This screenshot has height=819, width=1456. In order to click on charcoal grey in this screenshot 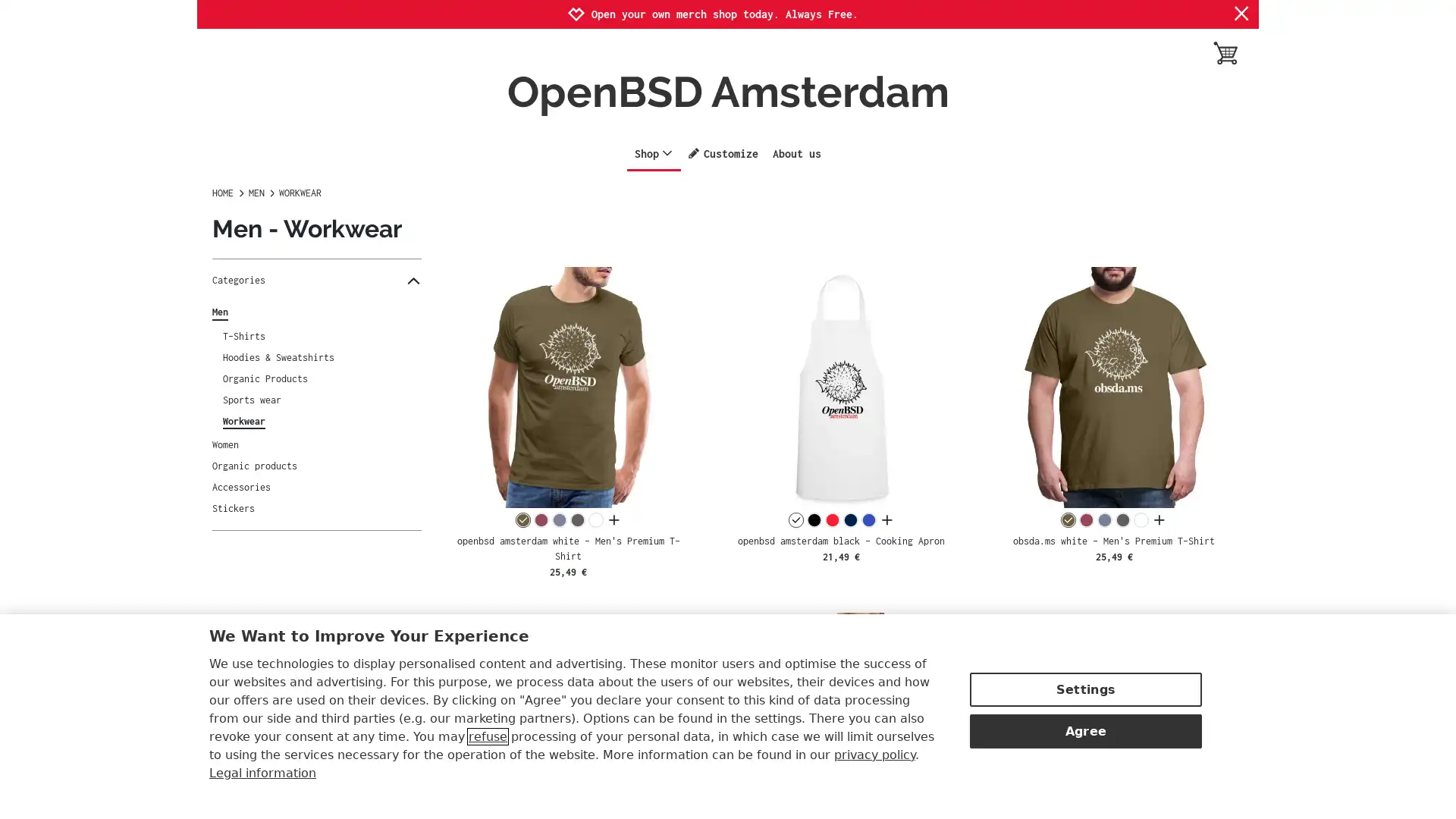, I will do `click(1123, 519)`.